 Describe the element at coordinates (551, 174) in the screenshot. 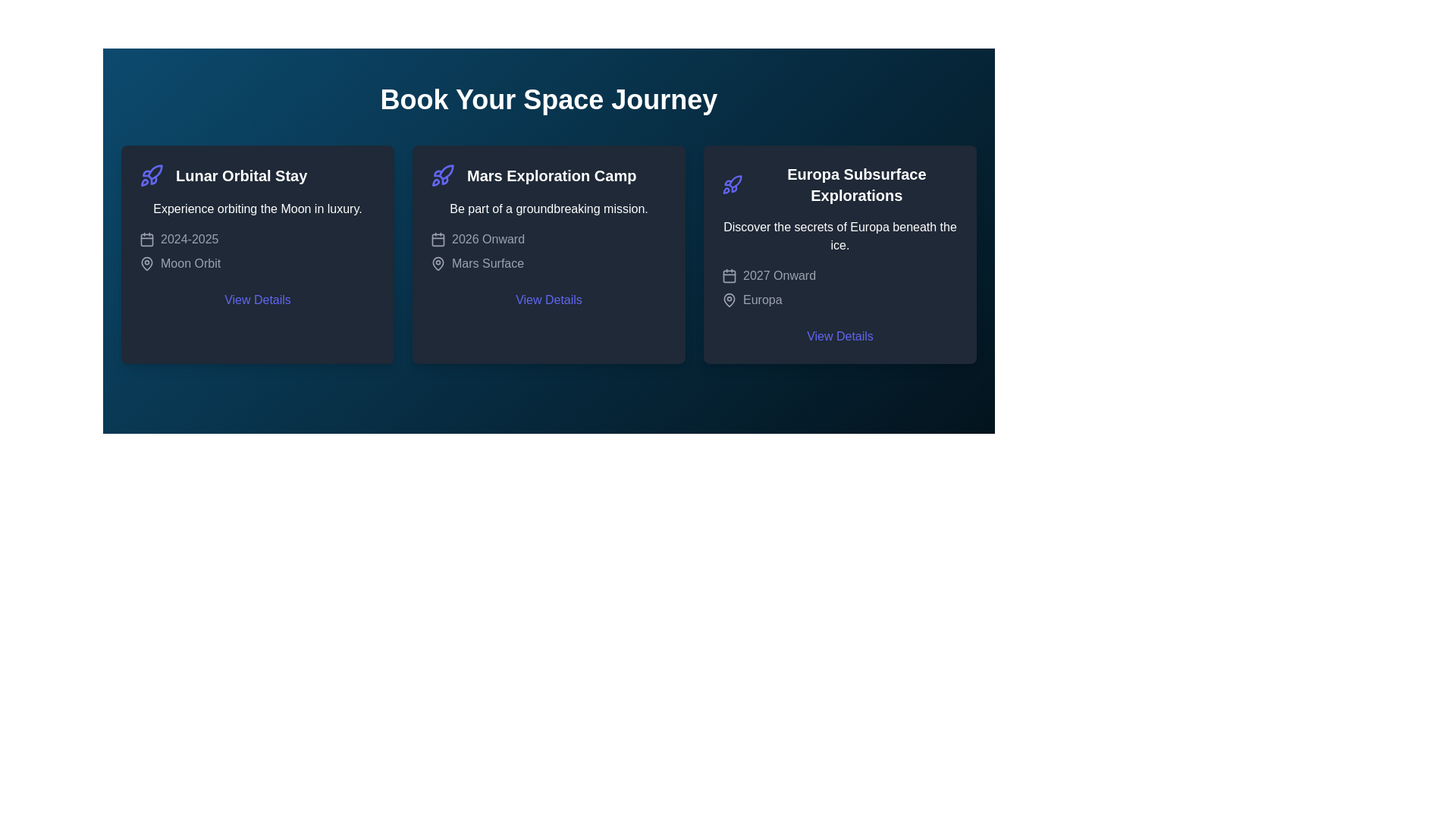

I see `bold title text 'Mars Exploration Camp' located in the middle card of three horizontally arranged cards` at that location.